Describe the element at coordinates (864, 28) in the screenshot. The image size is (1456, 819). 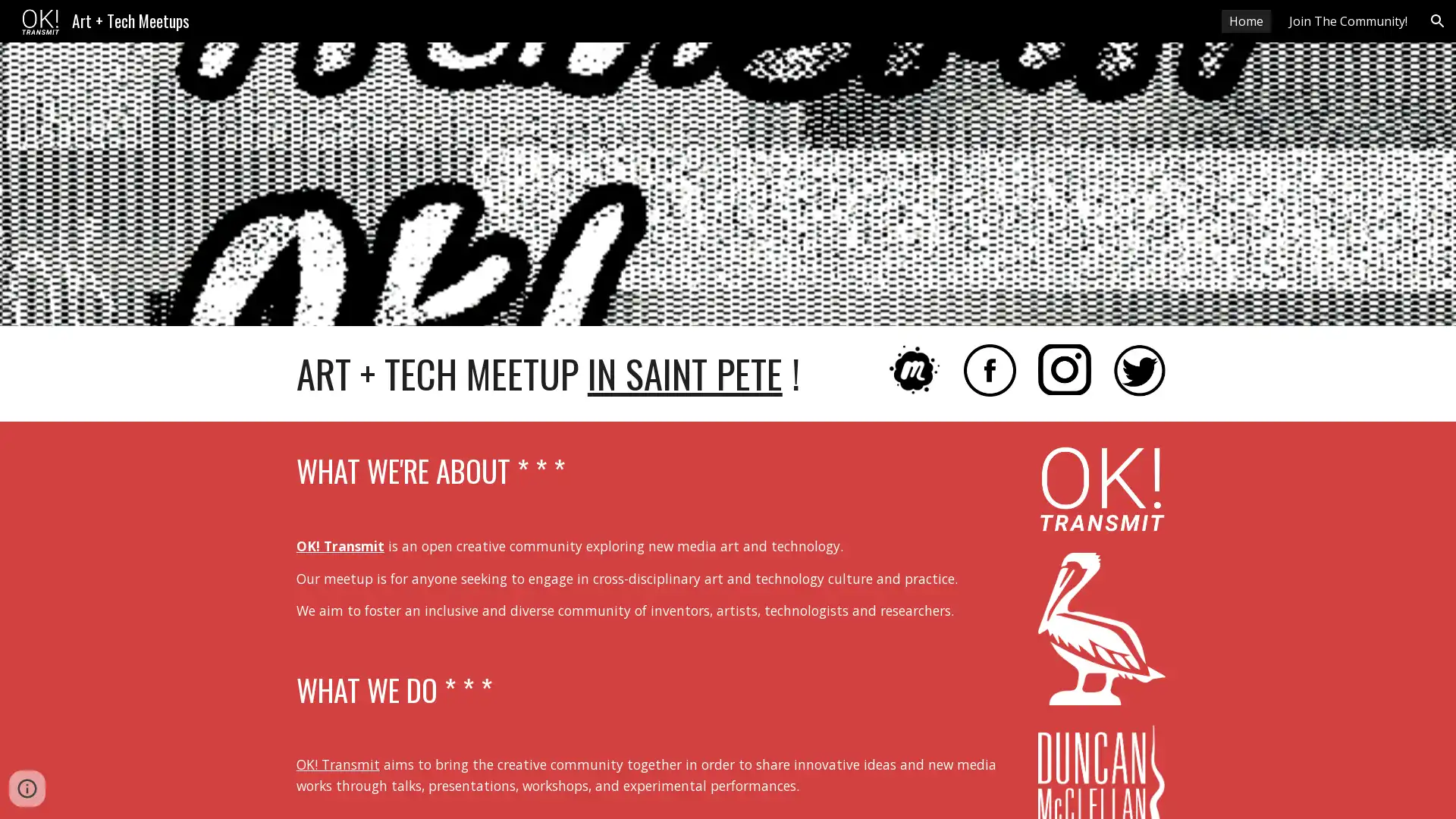
I see `Skip to navigation` at that location.